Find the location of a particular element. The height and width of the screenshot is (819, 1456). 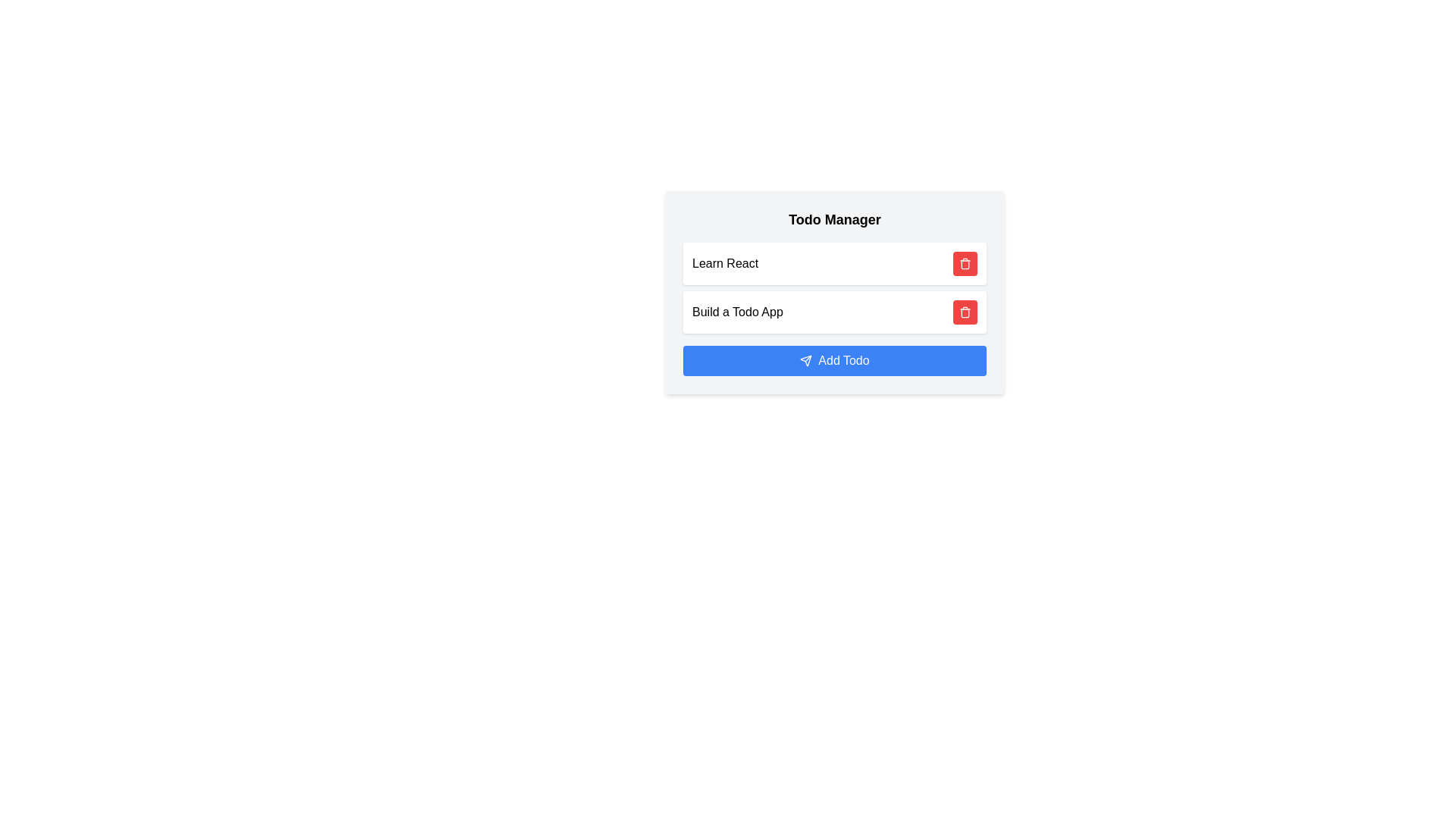

the red delete button with a trash can icon, located on the right side of the row displaying 'Build a Todo App', which is part of the second item in the Todo Manager section is located at coordinates (964, 312).